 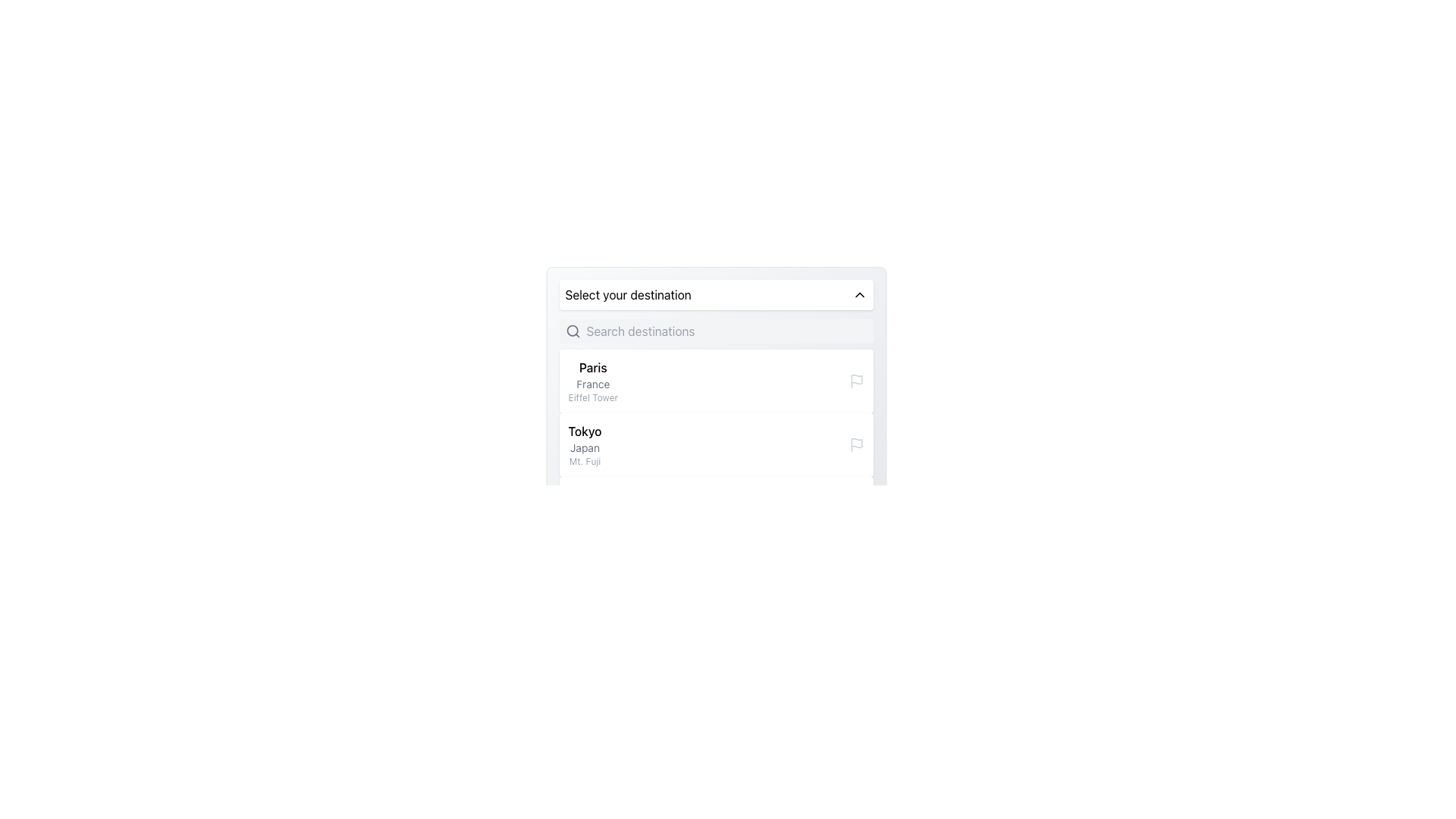 I want to click on on the Text Block element containing 'Tokyo', 'Japan', and 'Mt. Fuji', so click(x=584, y=444).